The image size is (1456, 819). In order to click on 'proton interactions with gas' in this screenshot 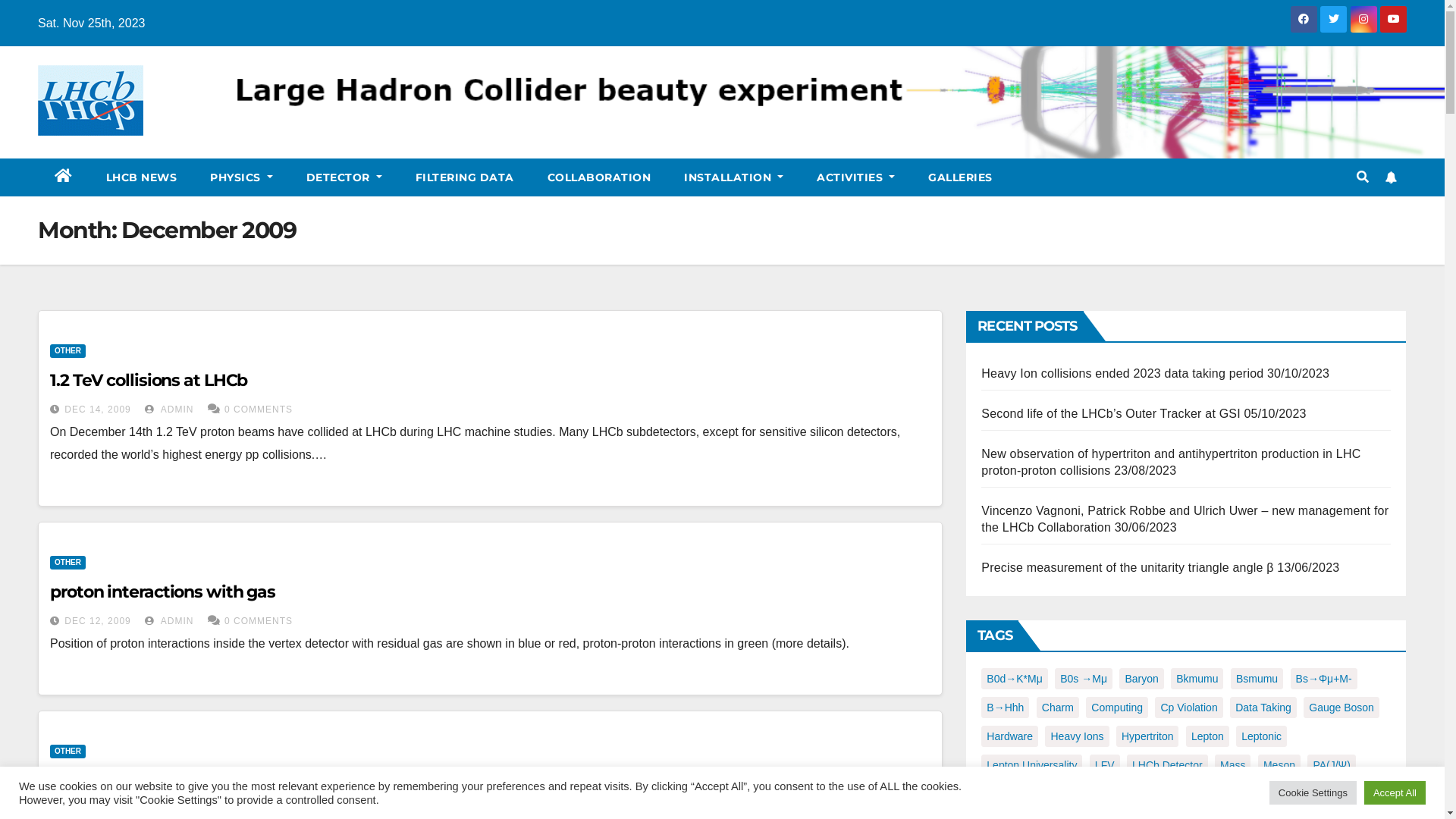, I will do `click(162, 591)`.